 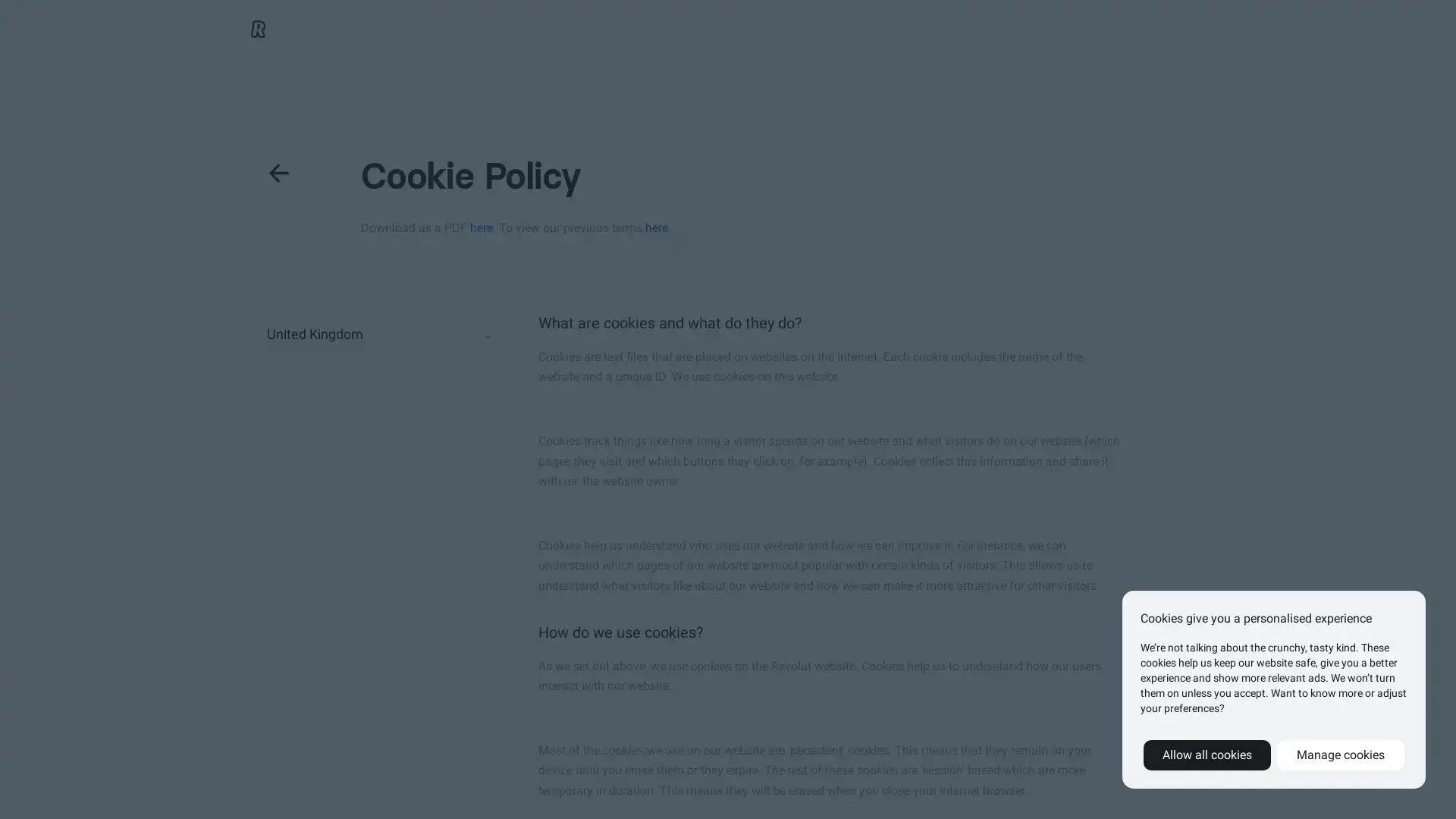 What do you see at coordinates (1340, 755) in the screenshot?
I see `Manage cookies` at bounding box center [1340, 755].